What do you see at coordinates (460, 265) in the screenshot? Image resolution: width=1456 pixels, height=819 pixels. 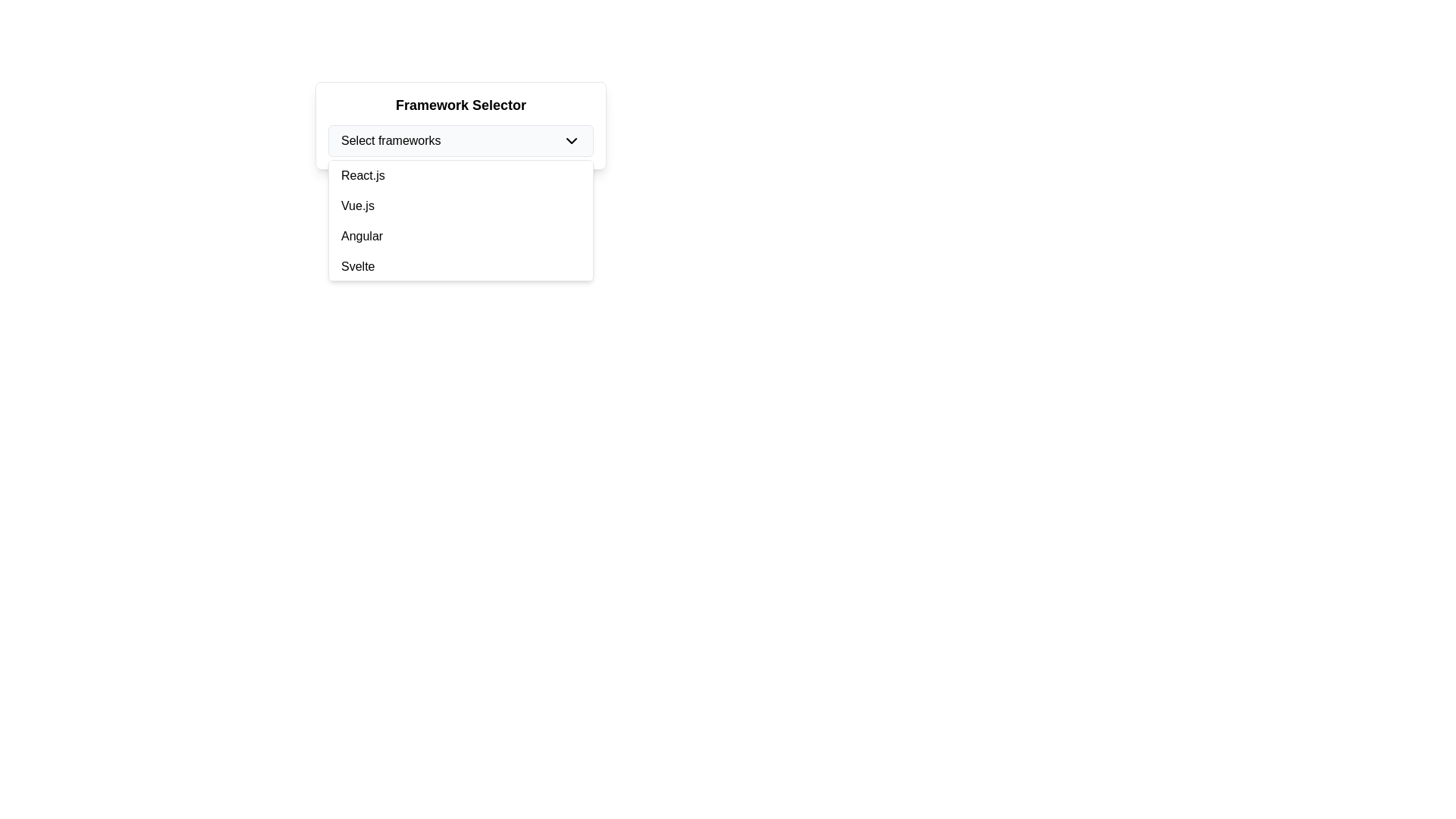 I see `the 'Svelte' option in the dropdown menu` at bounding box center [460, 265].